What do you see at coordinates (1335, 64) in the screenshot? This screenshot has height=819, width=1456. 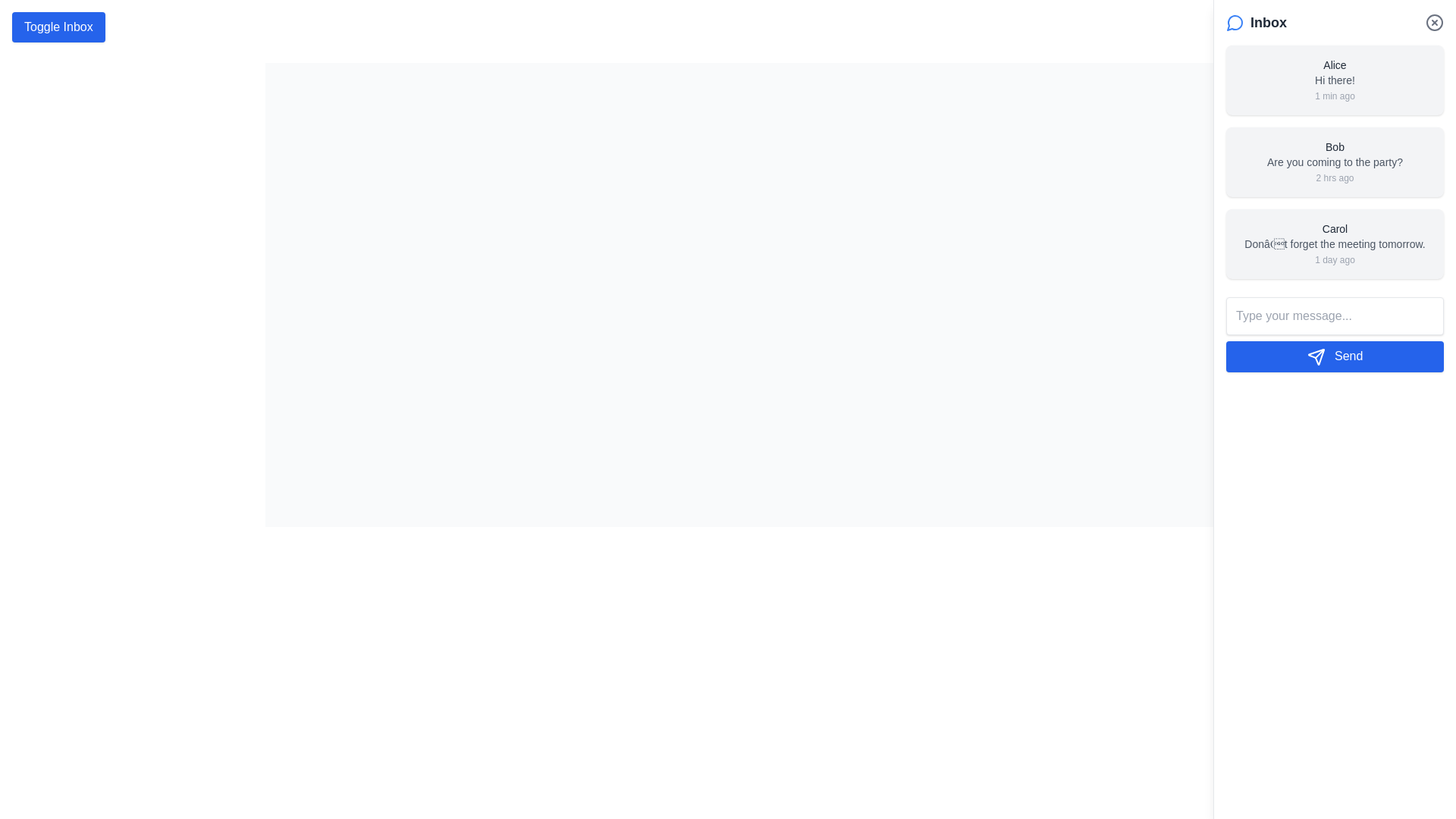 I see `the static text label displaying the name 'Alice', which is styled with a medium-weight font in gray color and located at the top of the first message block in the inbox panel` at bounding box center [1335, 64].